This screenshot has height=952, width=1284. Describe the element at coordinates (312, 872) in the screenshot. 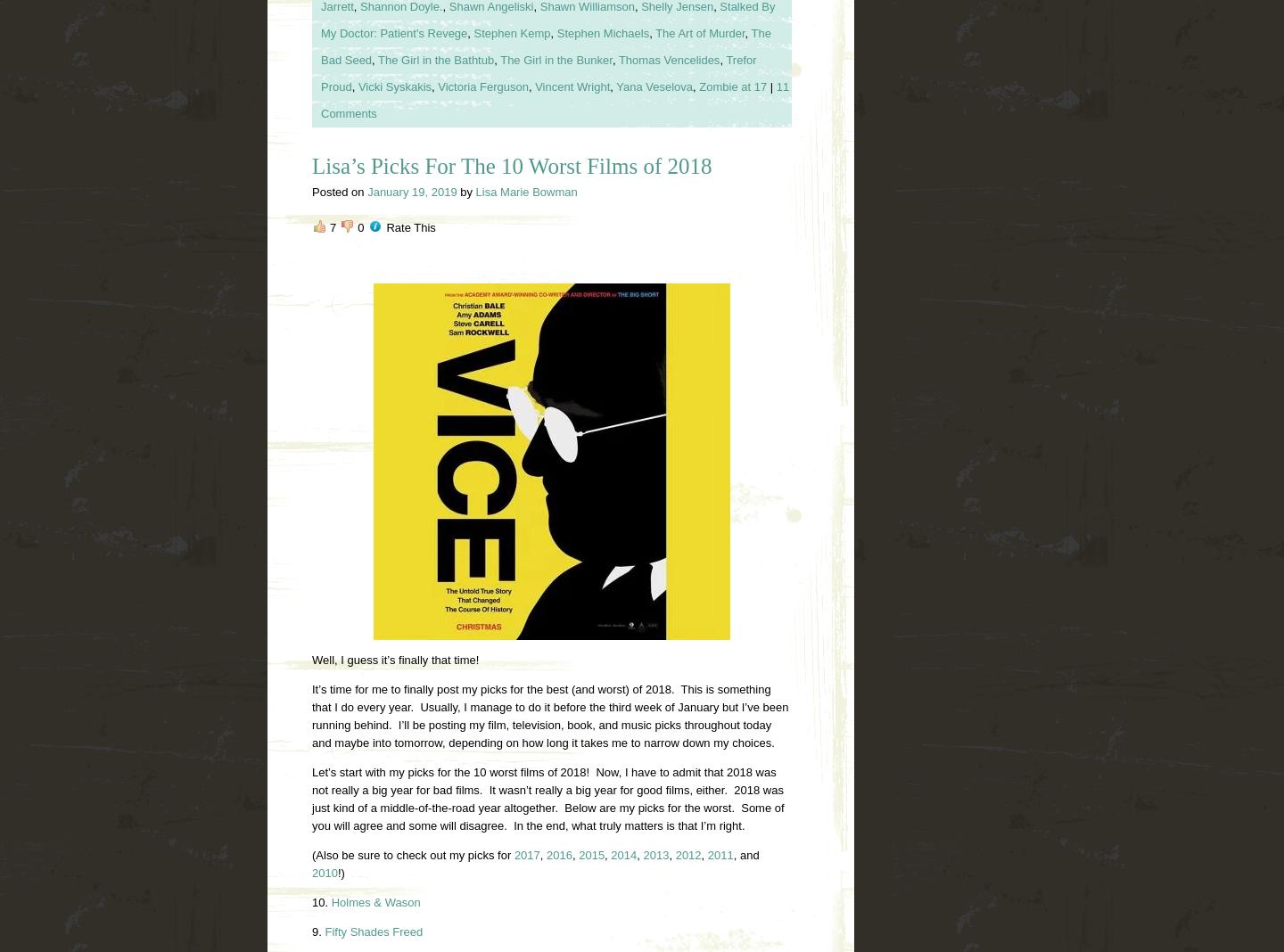

I see `'2010'` at that location.